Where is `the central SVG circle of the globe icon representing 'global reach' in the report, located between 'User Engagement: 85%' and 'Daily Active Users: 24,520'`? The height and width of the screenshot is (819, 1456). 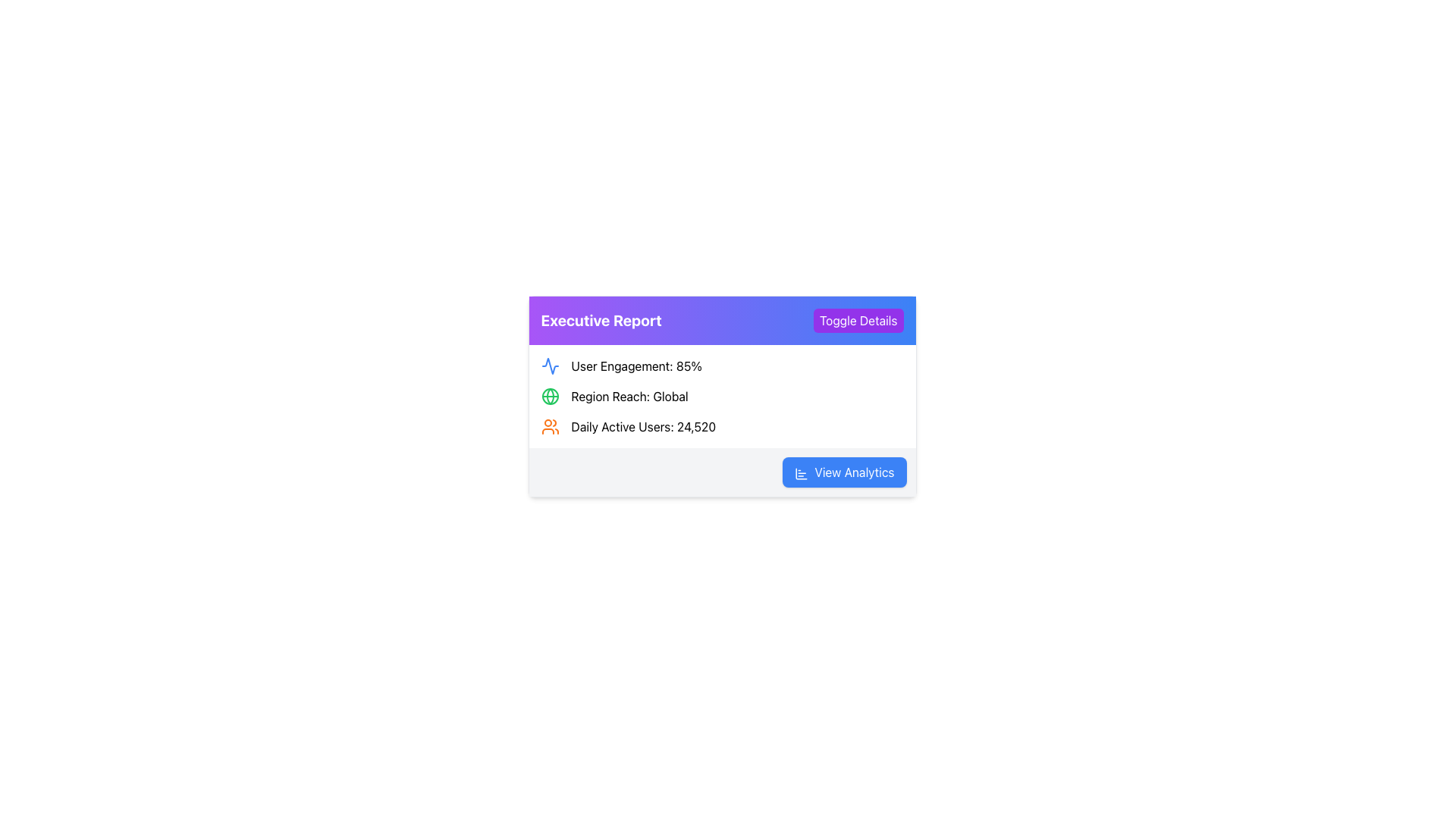 the central SVG circle of the globe icon representing 'global reach' in the report, located between 'User Engagement: 85%' and 'Daily Active Users: 24,520' is located at coordinates (549, 396).